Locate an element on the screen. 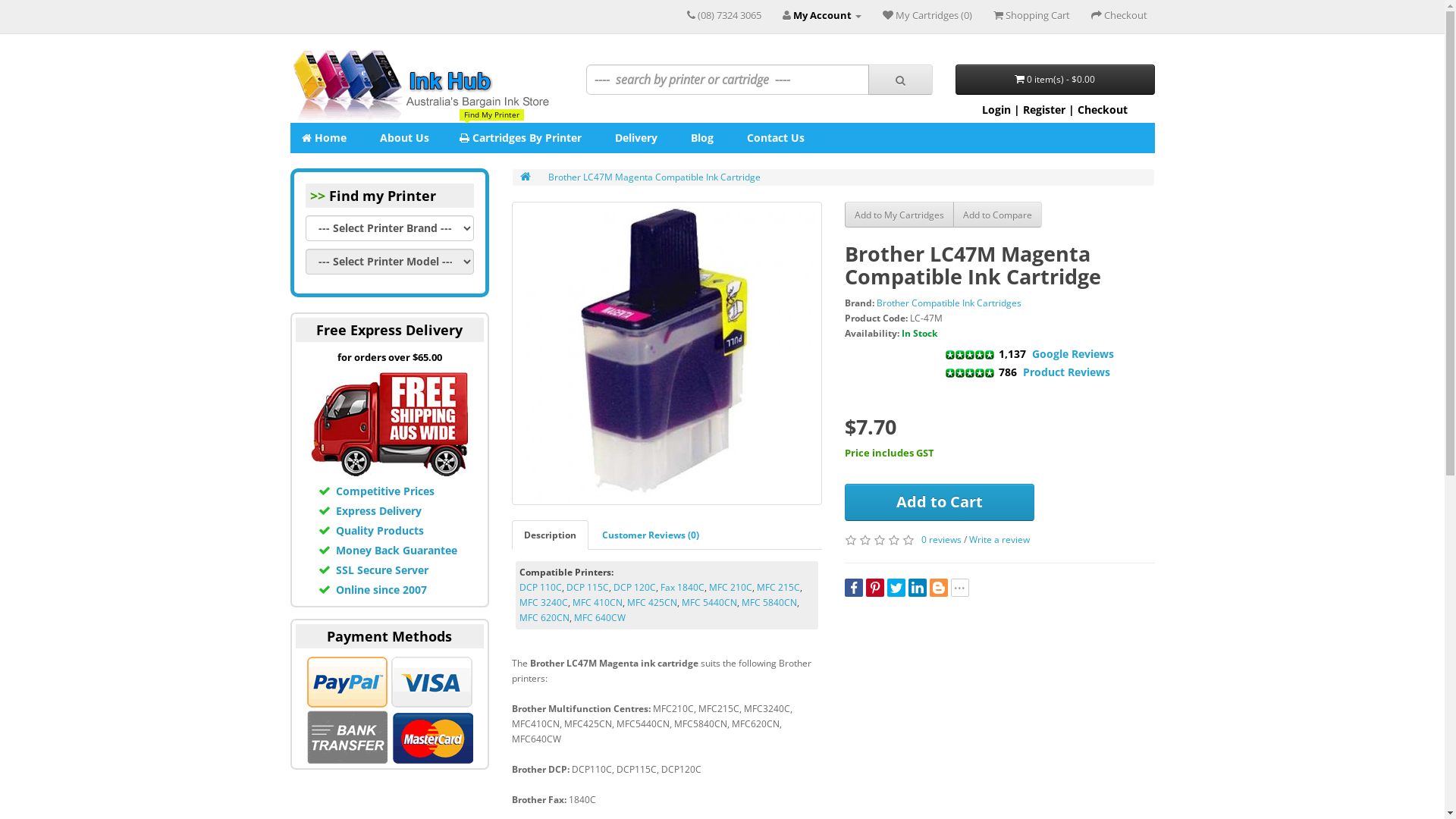 The height and width of the screenshot is (819, 1456). 'MFC 425CN' is located at coordinates (651, 601).